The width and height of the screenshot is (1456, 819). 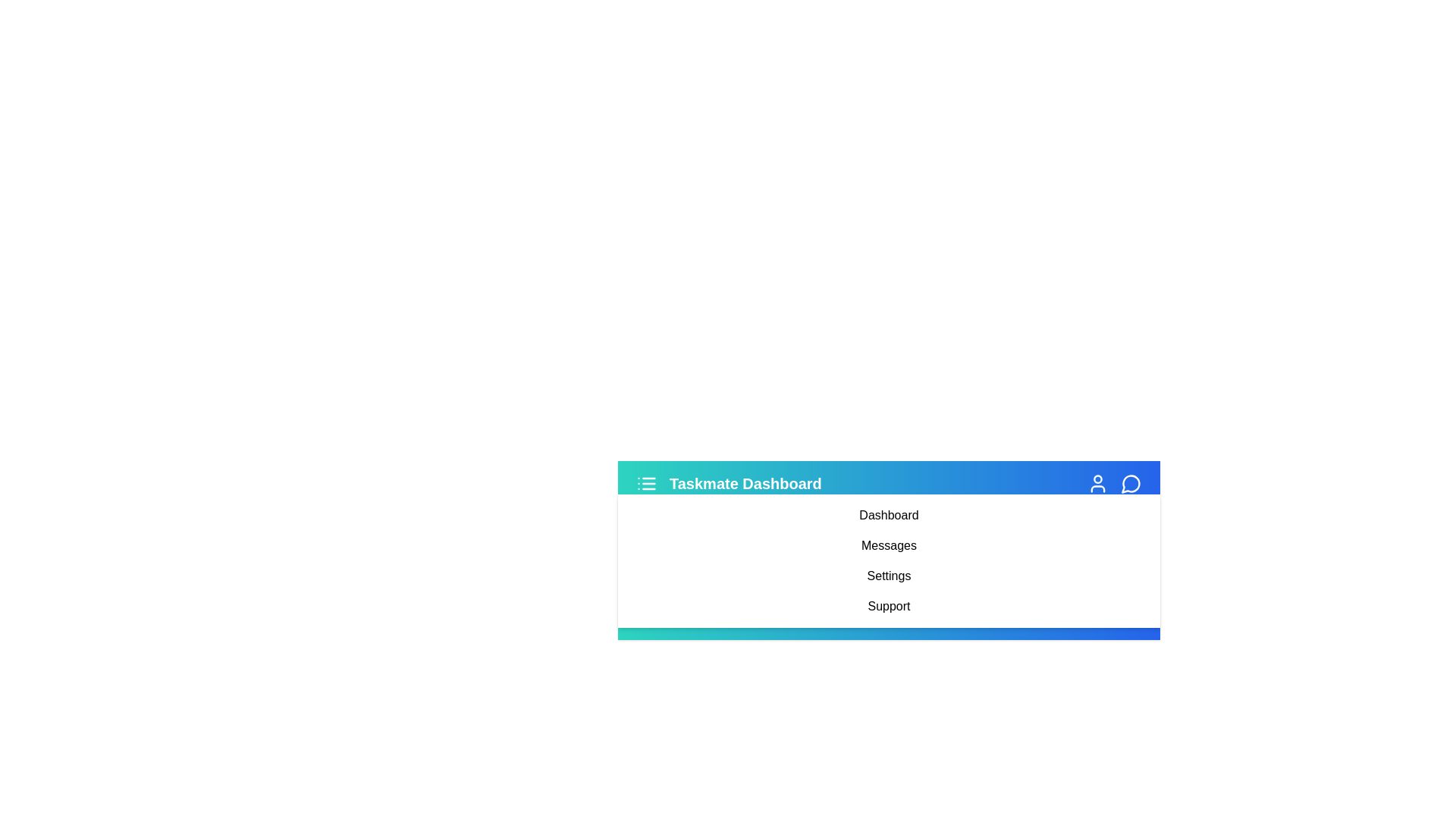 I want to click on the 'User' icon to access user-related actions, so click(x=1098, y=483).